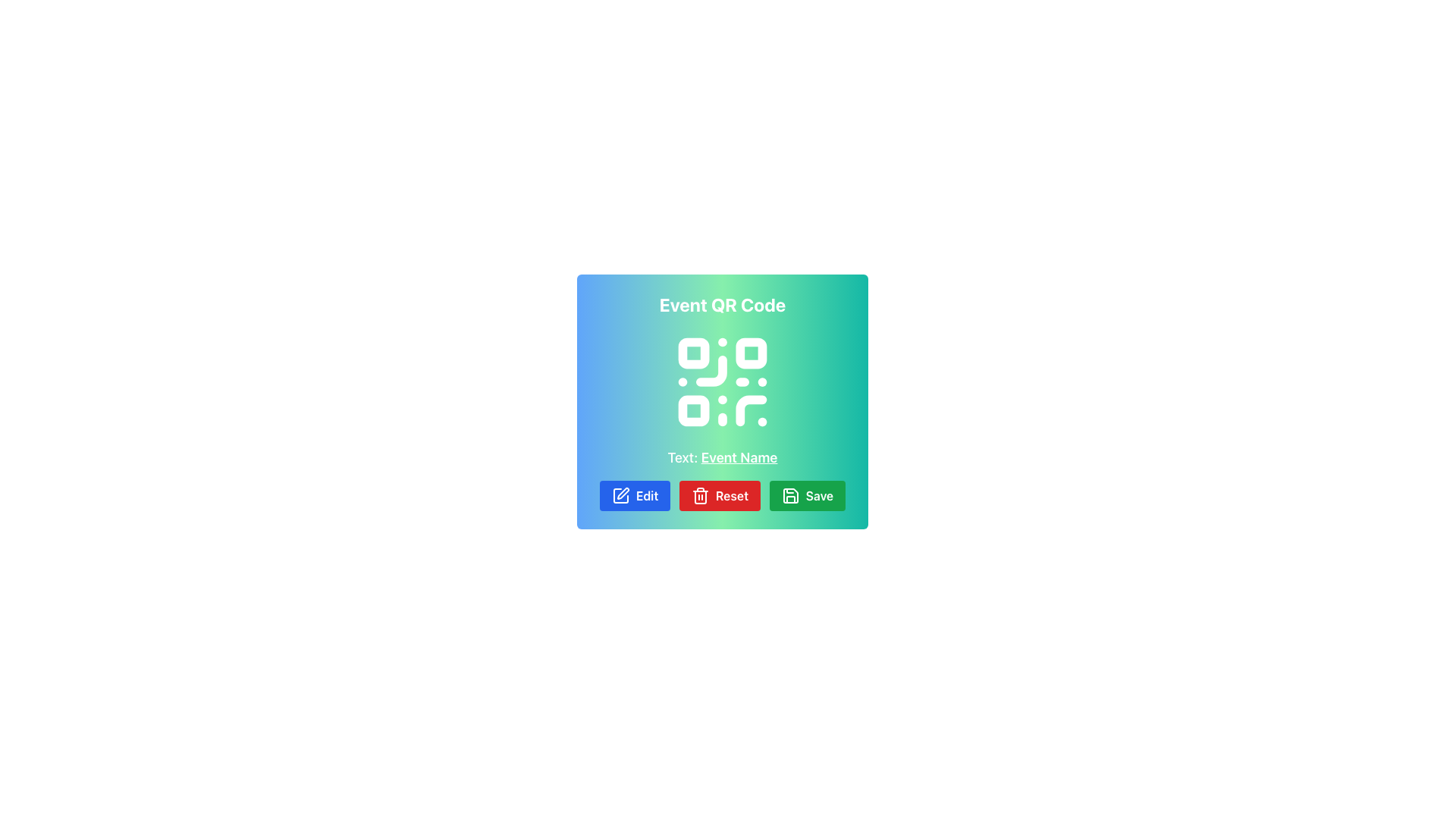 The height and width of the screenshot is (819, 1456). I want to click on the 'Save' button icon indicating a save action, located at the bottom-right corner of the interface, to the right of the red 'Reset' button, so click(789, 496).